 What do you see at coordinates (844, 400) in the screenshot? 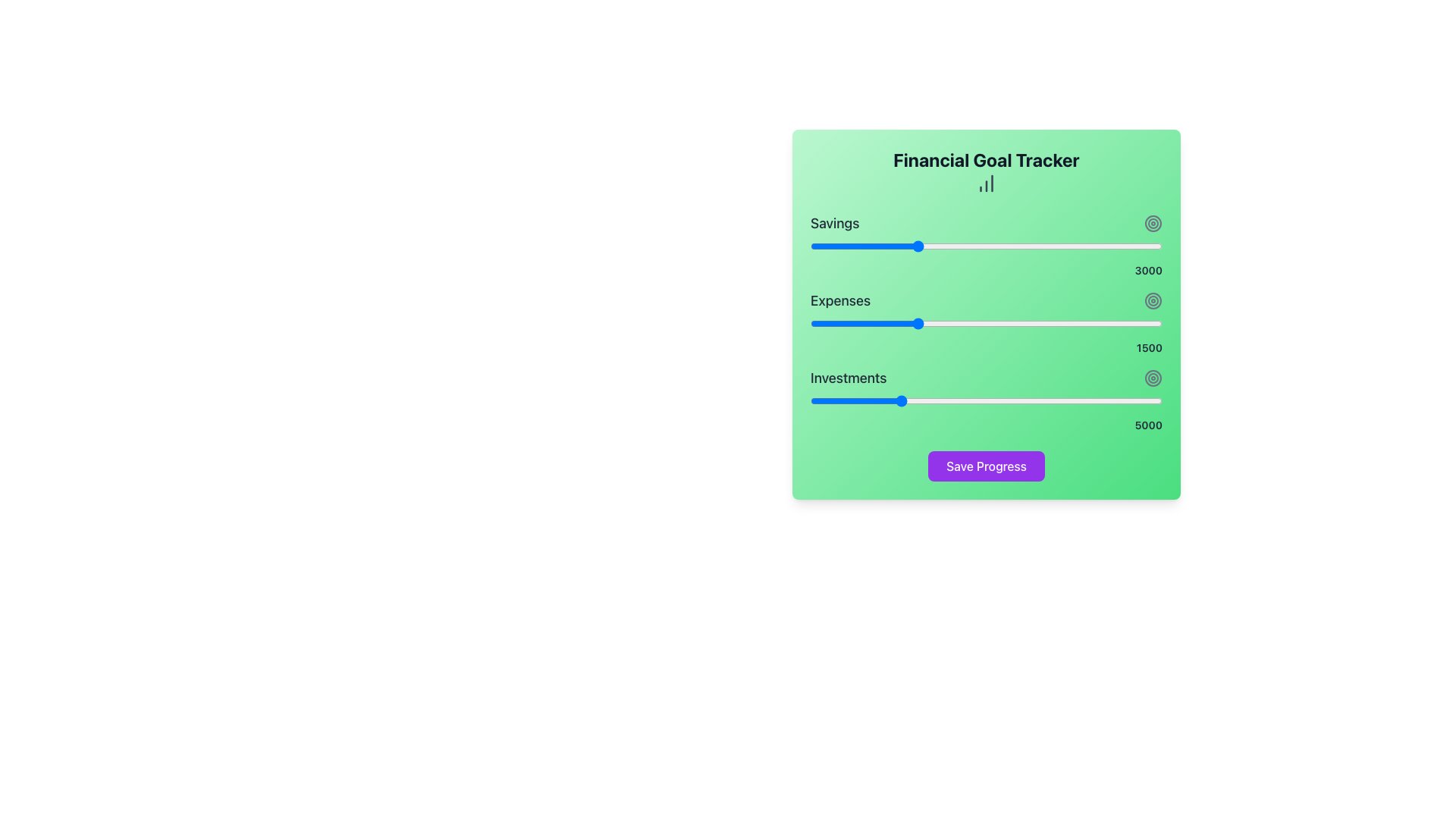
I see `the investment goal` at bounding box center [844, 400].